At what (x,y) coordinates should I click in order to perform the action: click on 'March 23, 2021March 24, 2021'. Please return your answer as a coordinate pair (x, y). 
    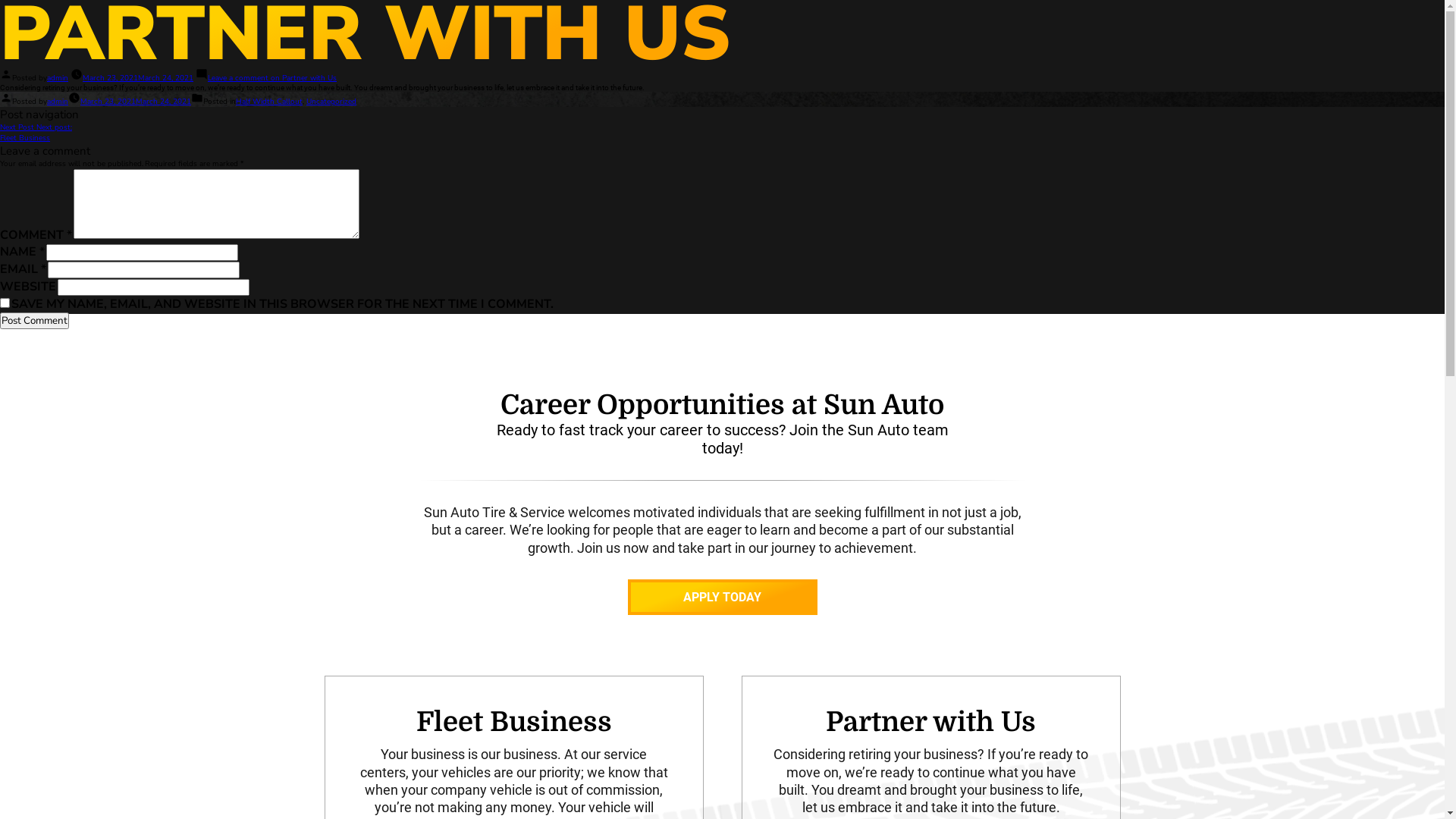
    Looking at the image, I should click on (135, 102).